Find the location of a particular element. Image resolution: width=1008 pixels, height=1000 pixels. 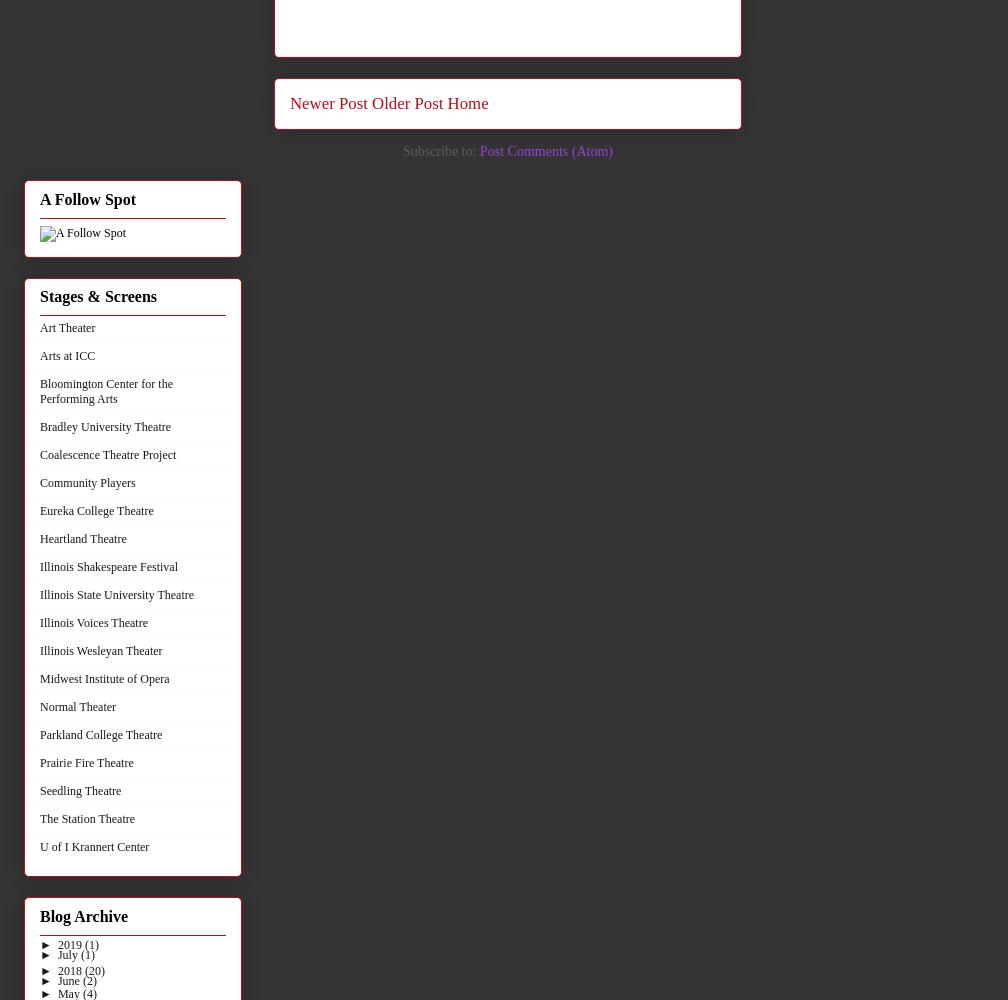

'Coalescence Theatre Project' is located at coordinates (107, 454).